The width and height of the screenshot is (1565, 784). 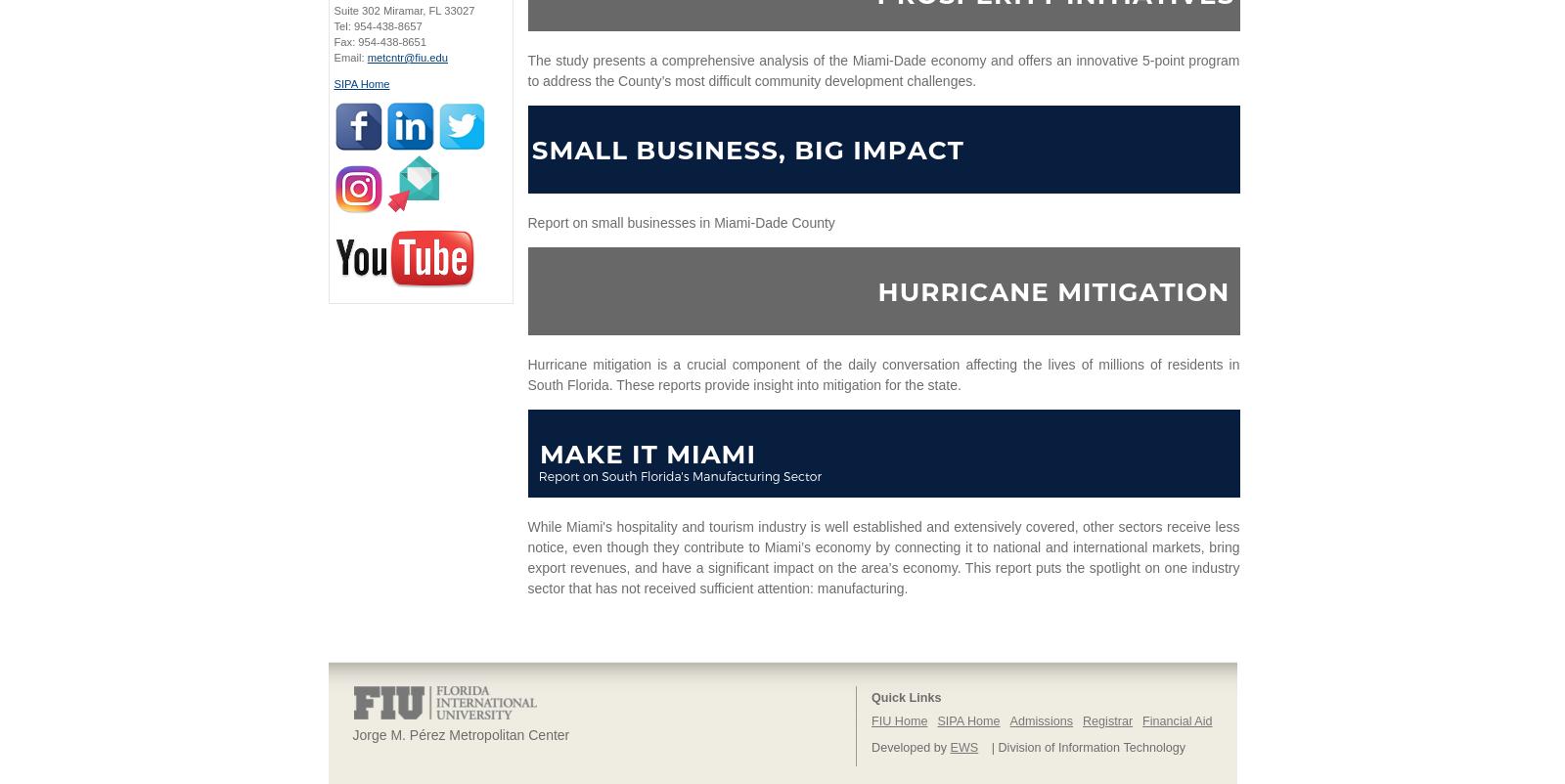 What do you see at coordinates (905, 697) in the screenshot?
I see `'Quick Links'` at bounding box center [905, 697].